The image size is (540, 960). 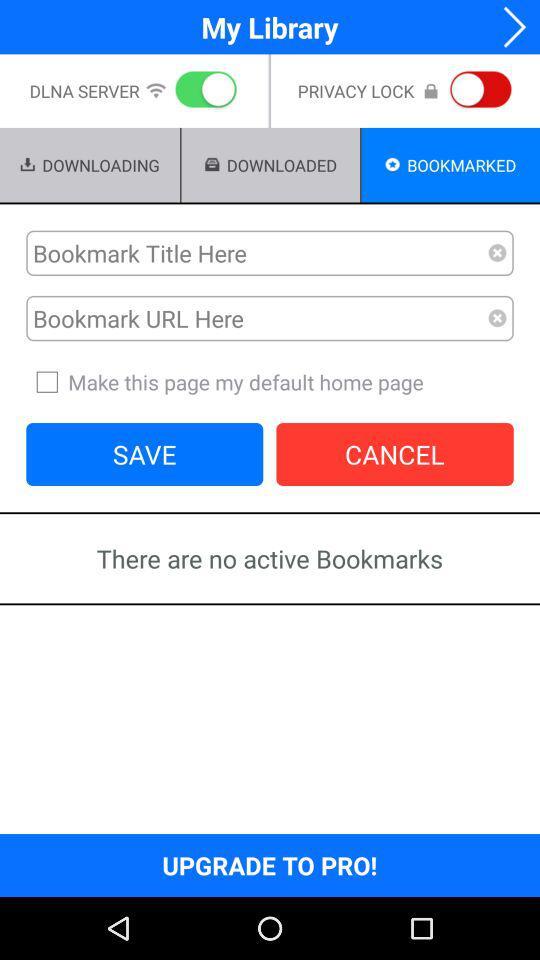 What do you see at coordinates (496, 318) in the screenshot?
I see `remove url` at bounding box center [496, 318].